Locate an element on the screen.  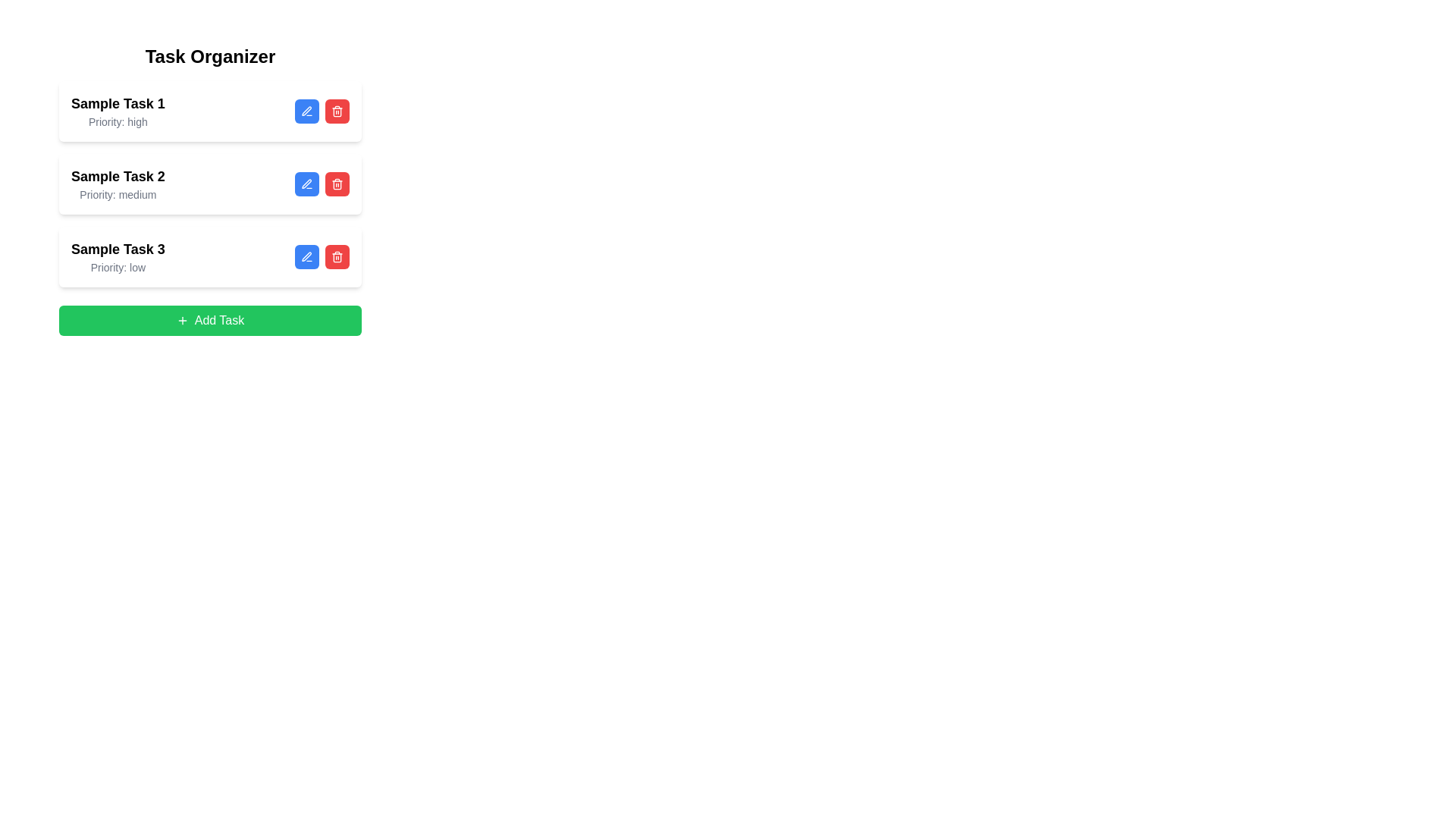
the compound textual component that serves as the title and description of 'Sample Task 1', which is located at the top of the vertically stacked list in the Task Organizer interface is located at coordinates (117, 110).